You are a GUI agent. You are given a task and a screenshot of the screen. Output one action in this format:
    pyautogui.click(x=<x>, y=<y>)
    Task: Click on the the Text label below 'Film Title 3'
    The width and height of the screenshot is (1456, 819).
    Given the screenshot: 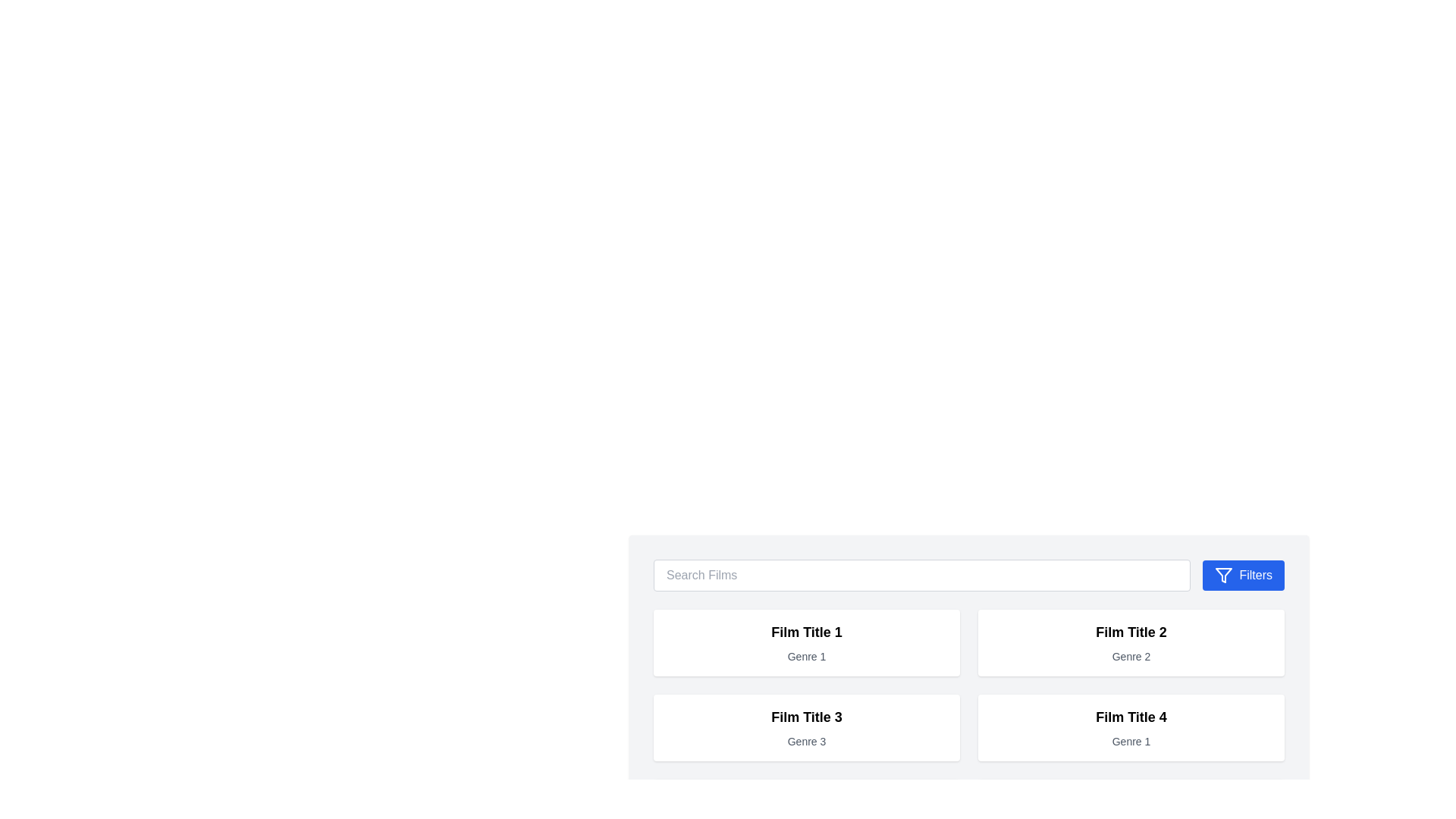 What is the action you would take?
    pyautogui.click(x=806, y=741)
    